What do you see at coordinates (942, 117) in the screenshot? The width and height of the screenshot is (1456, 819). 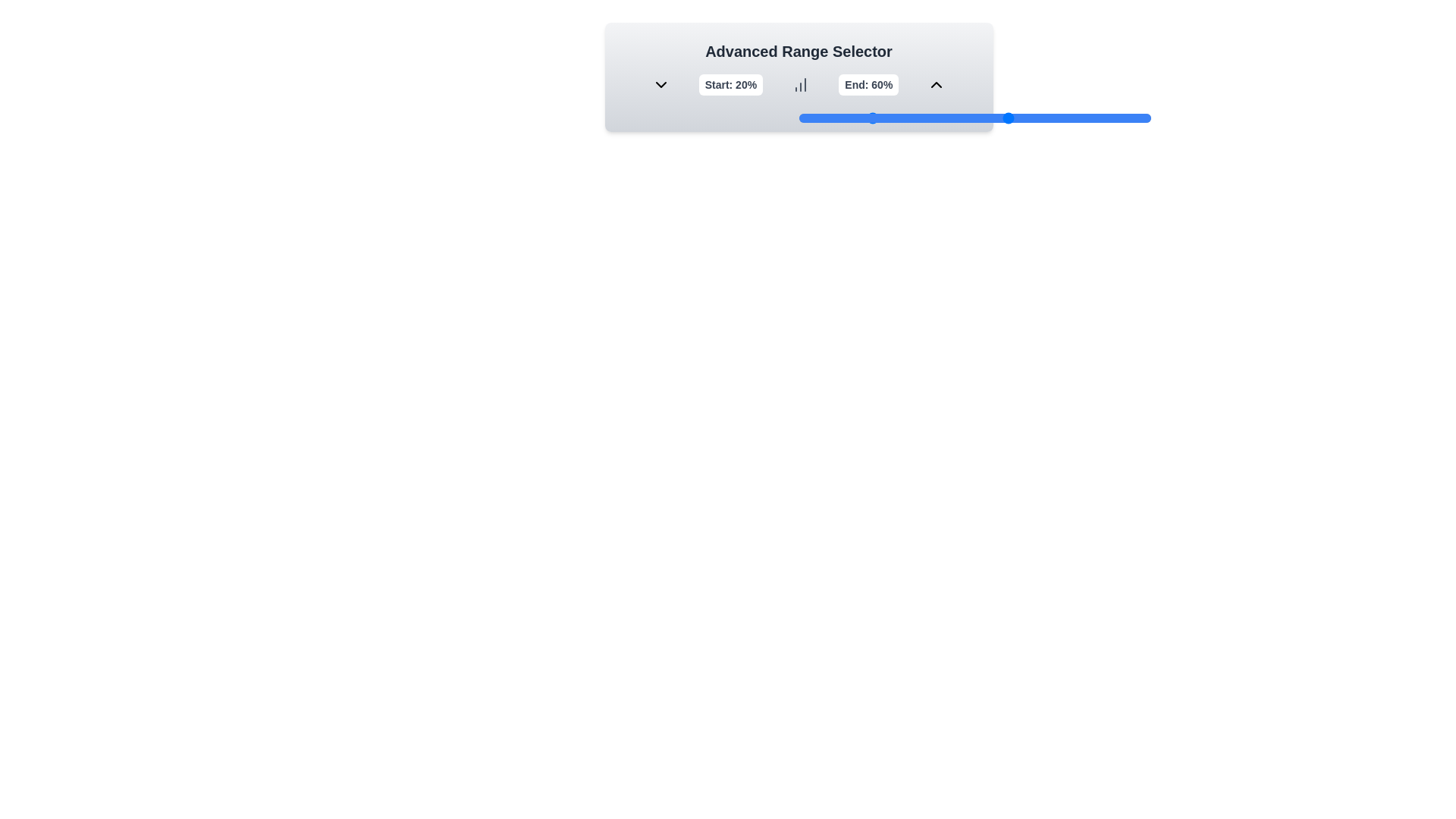 I see `the start range slider to 41%` at bounding box center [942, 117].